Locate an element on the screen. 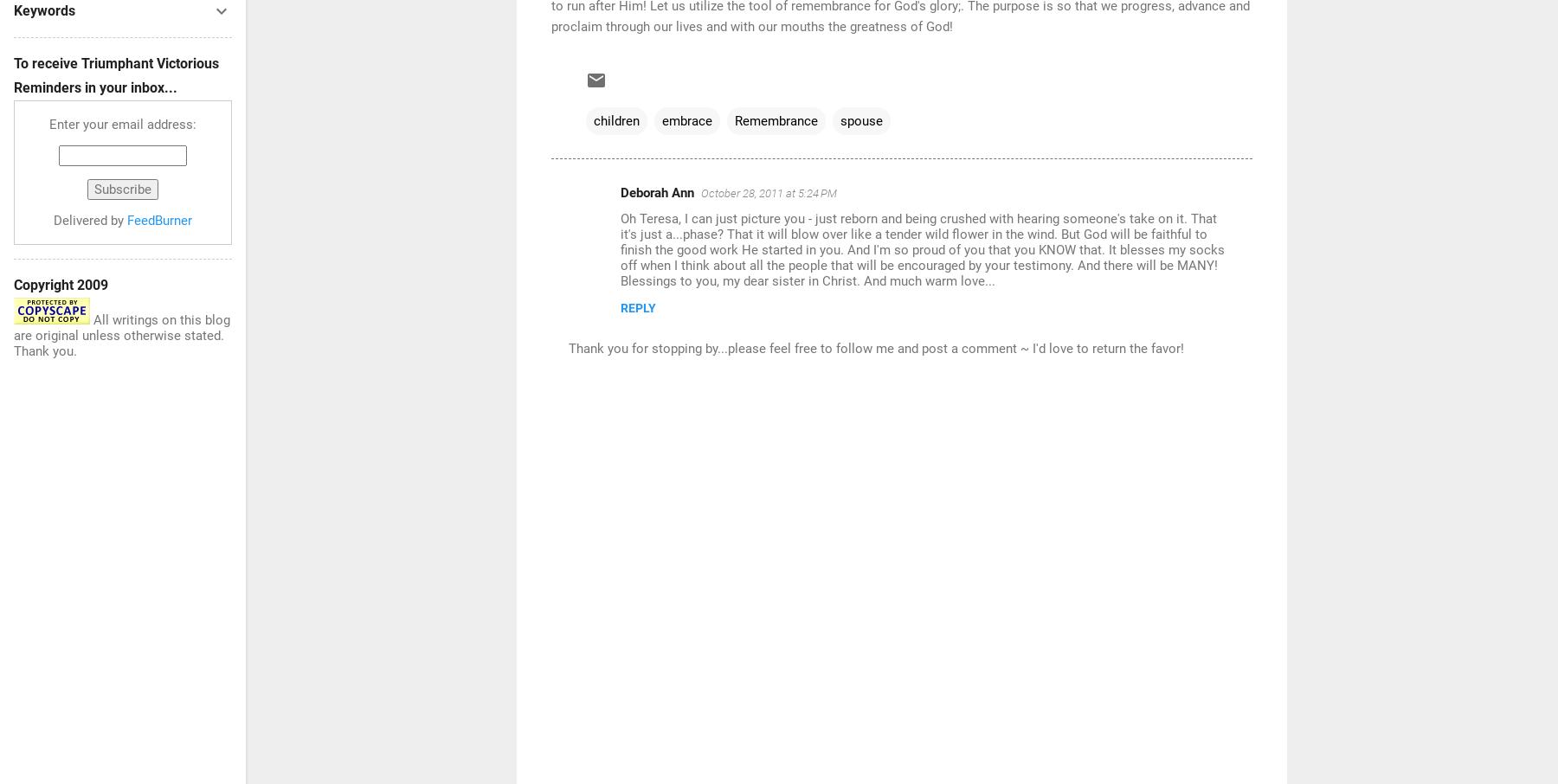 This screenshot has width=1558, height=784. 'Remembrance' is located at coordinates (776, 119).